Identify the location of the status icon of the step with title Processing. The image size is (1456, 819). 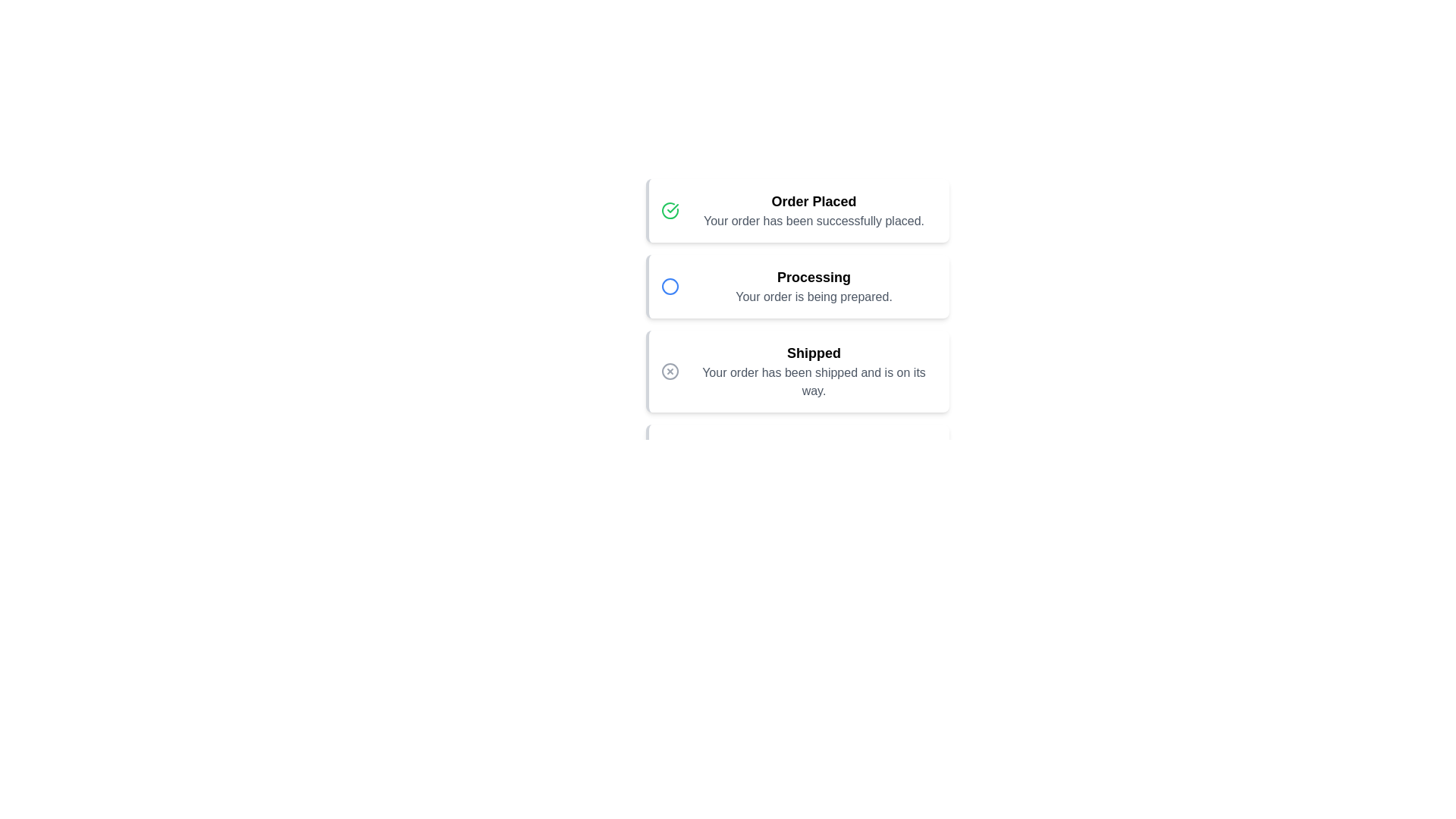
(669, 287).